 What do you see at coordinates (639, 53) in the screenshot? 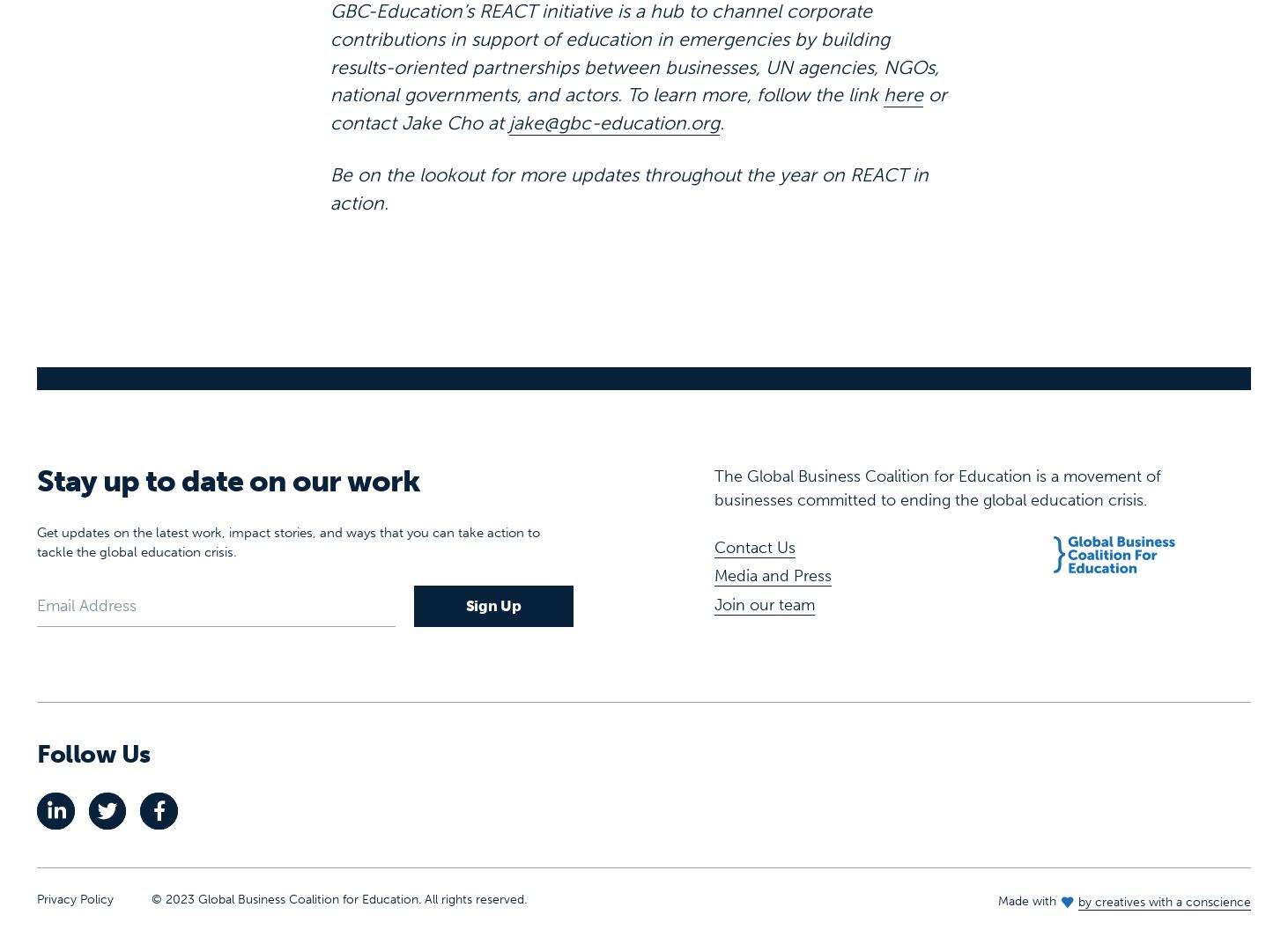
I see `'or contact Jake Cho at'` at bounding box center [639, 53].